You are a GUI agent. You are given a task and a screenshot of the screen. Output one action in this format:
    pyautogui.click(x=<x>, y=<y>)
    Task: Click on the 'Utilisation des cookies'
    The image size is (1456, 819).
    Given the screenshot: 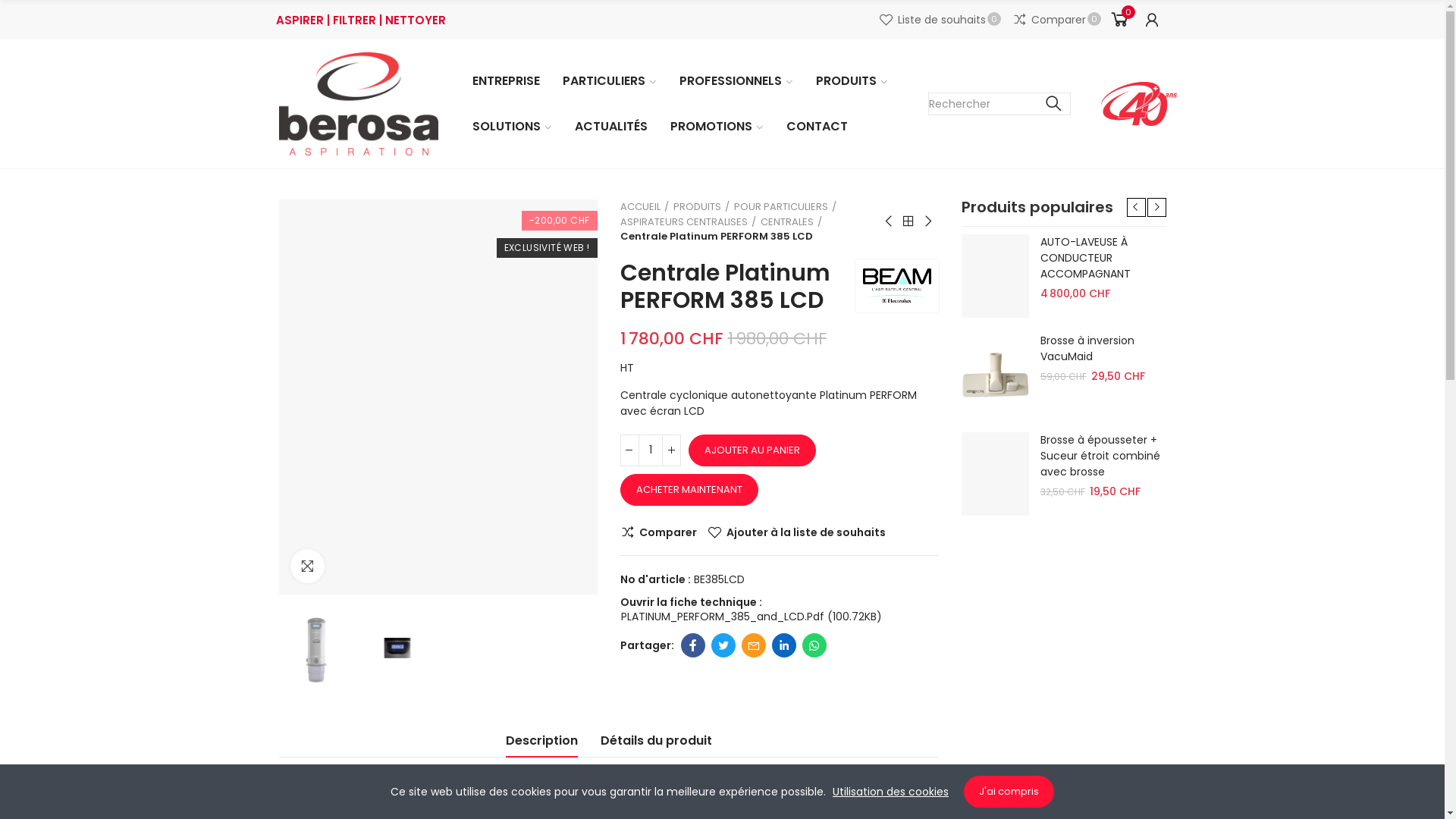 What is the action you would take?
    pyautogui.click(x=890, y=791)
    